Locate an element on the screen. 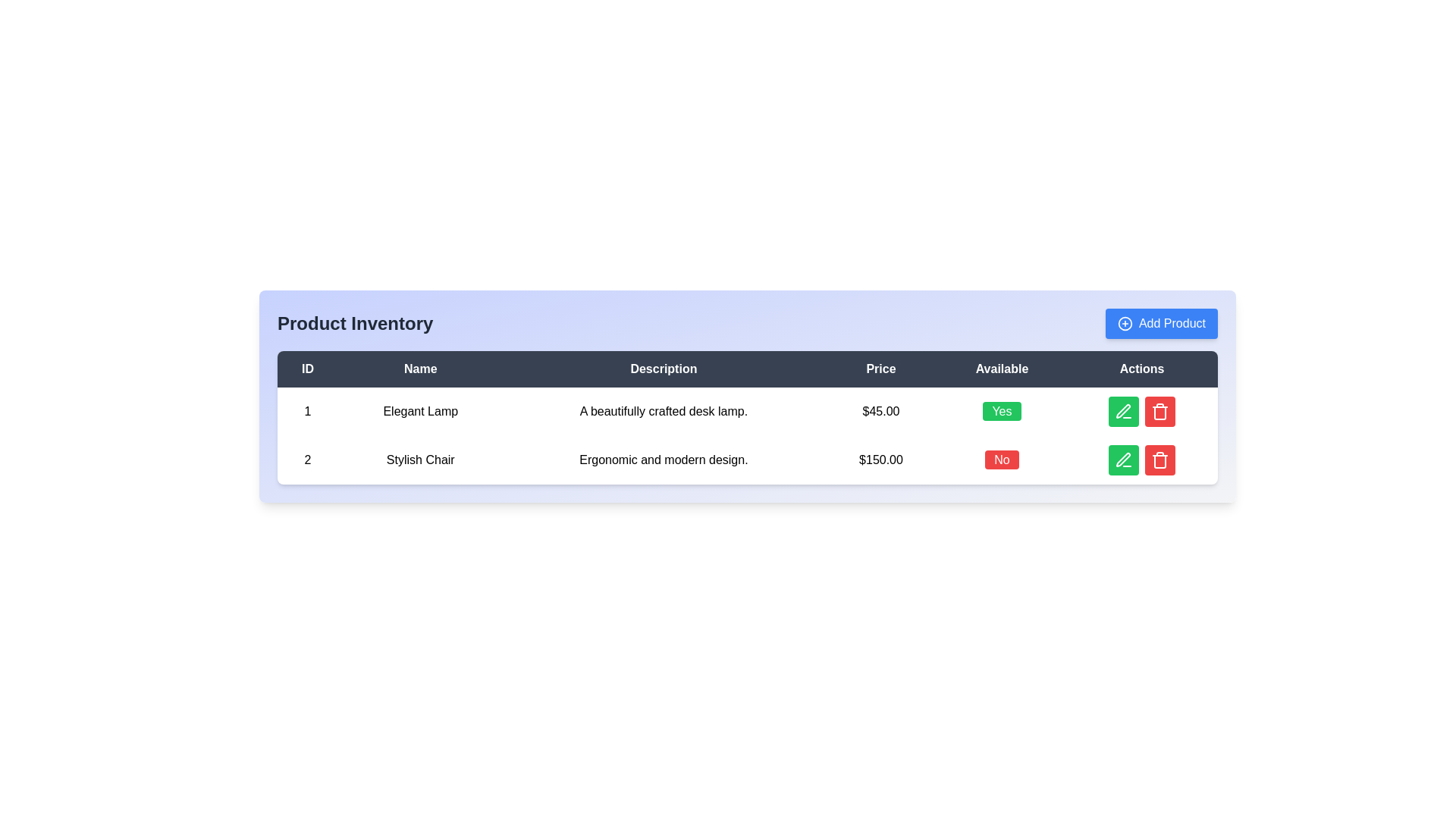 This screenshot has width=1456, height=819. the 'Elegant Lamp' text label in the product table, located in the first row, second column, adjacent to the ID '1' and the Description 'A beautifully crafted desk lamp.' is located at coordinates (420, 412).